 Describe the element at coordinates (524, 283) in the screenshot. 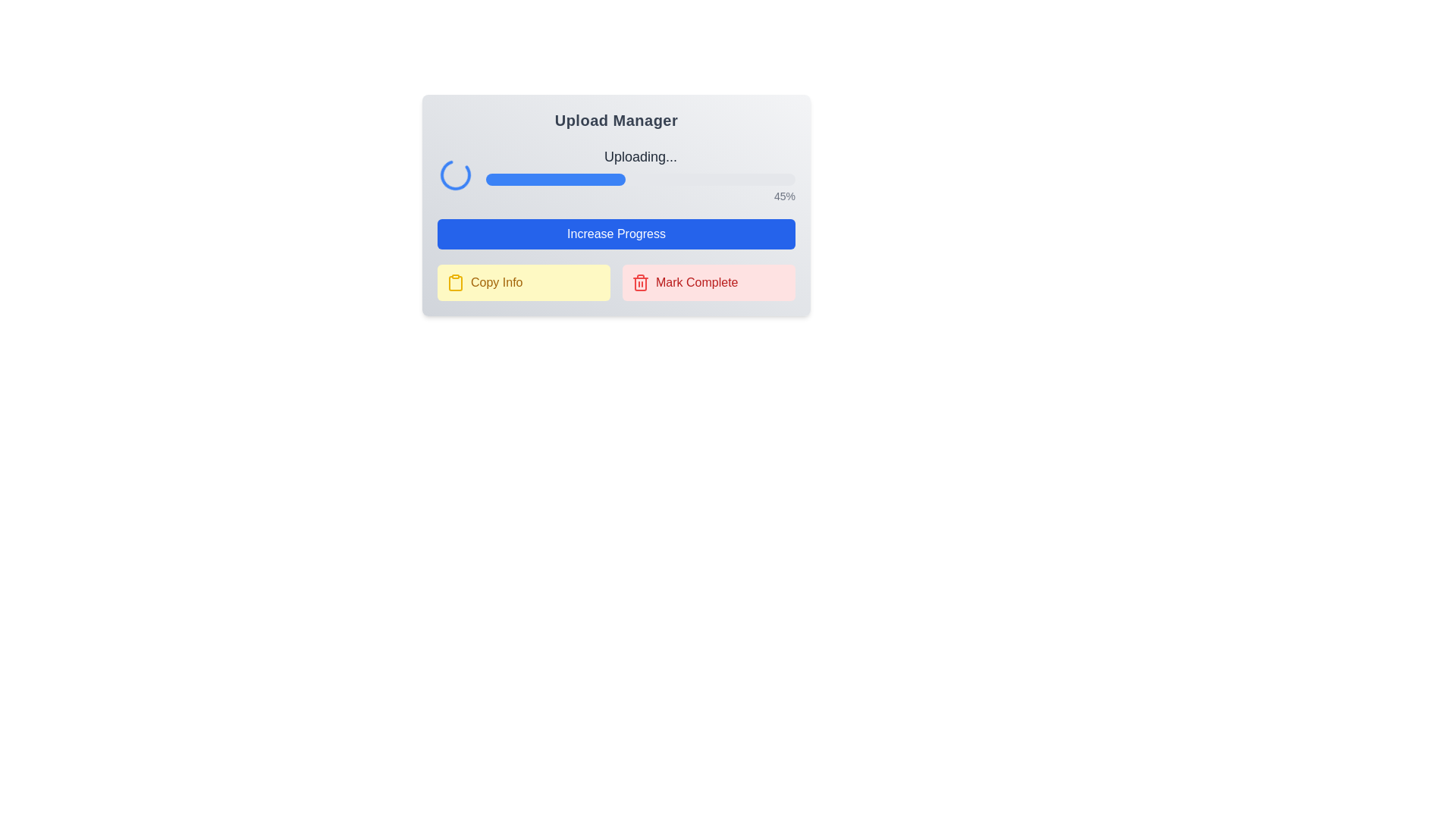

I see `the 'Copy' button located on the left side of the 'Mark Complete' button` at that location.